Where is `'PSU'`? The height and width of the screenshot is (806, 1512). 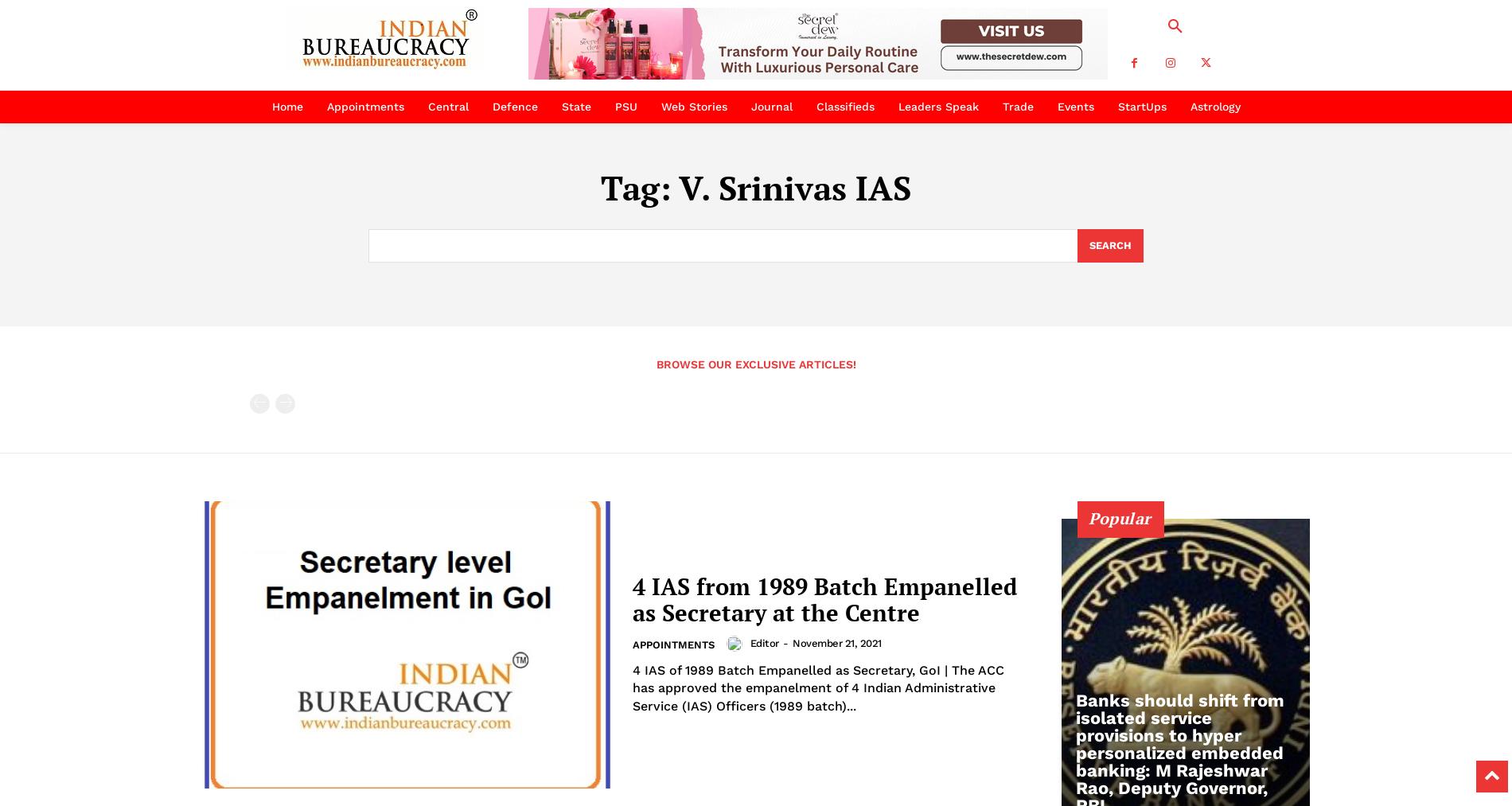 'PSU' is located at coordinates (625, 107).